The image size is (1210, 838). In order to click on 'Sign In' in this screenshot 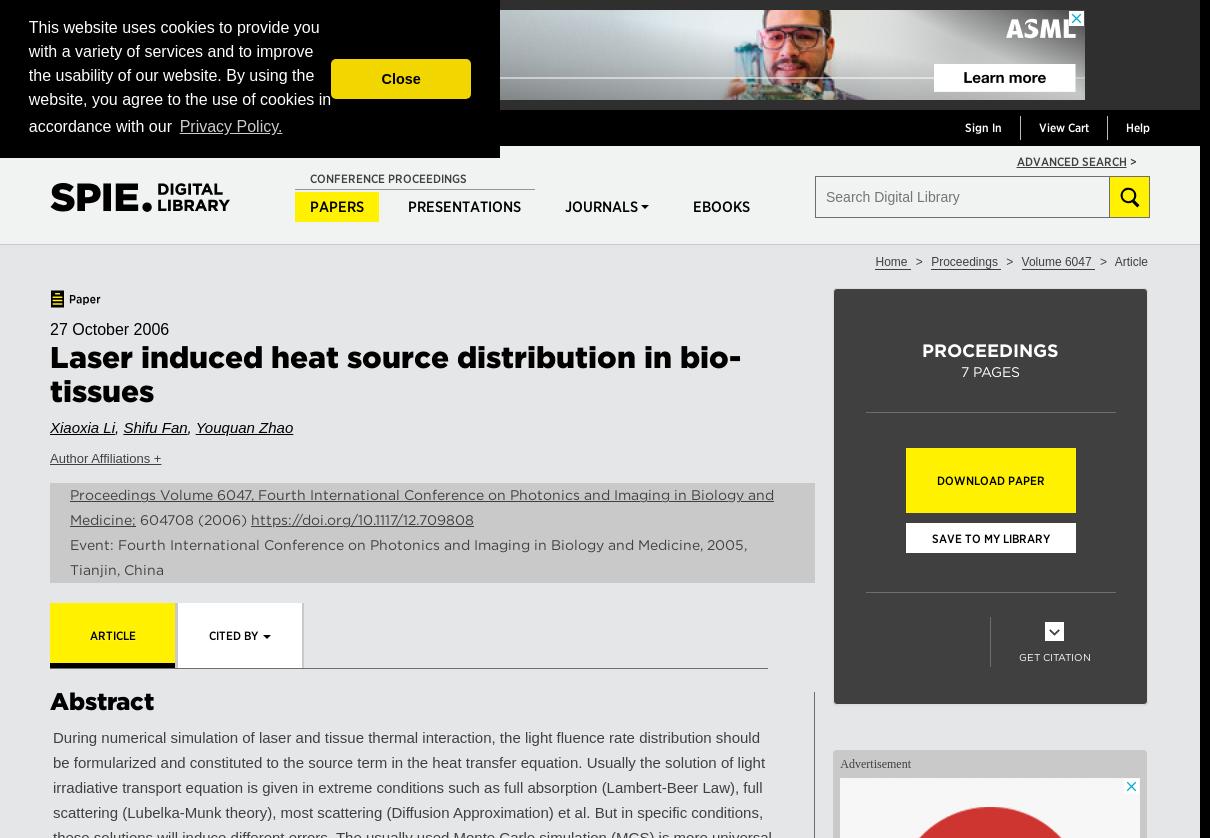, I will do `click(983, 127)`.